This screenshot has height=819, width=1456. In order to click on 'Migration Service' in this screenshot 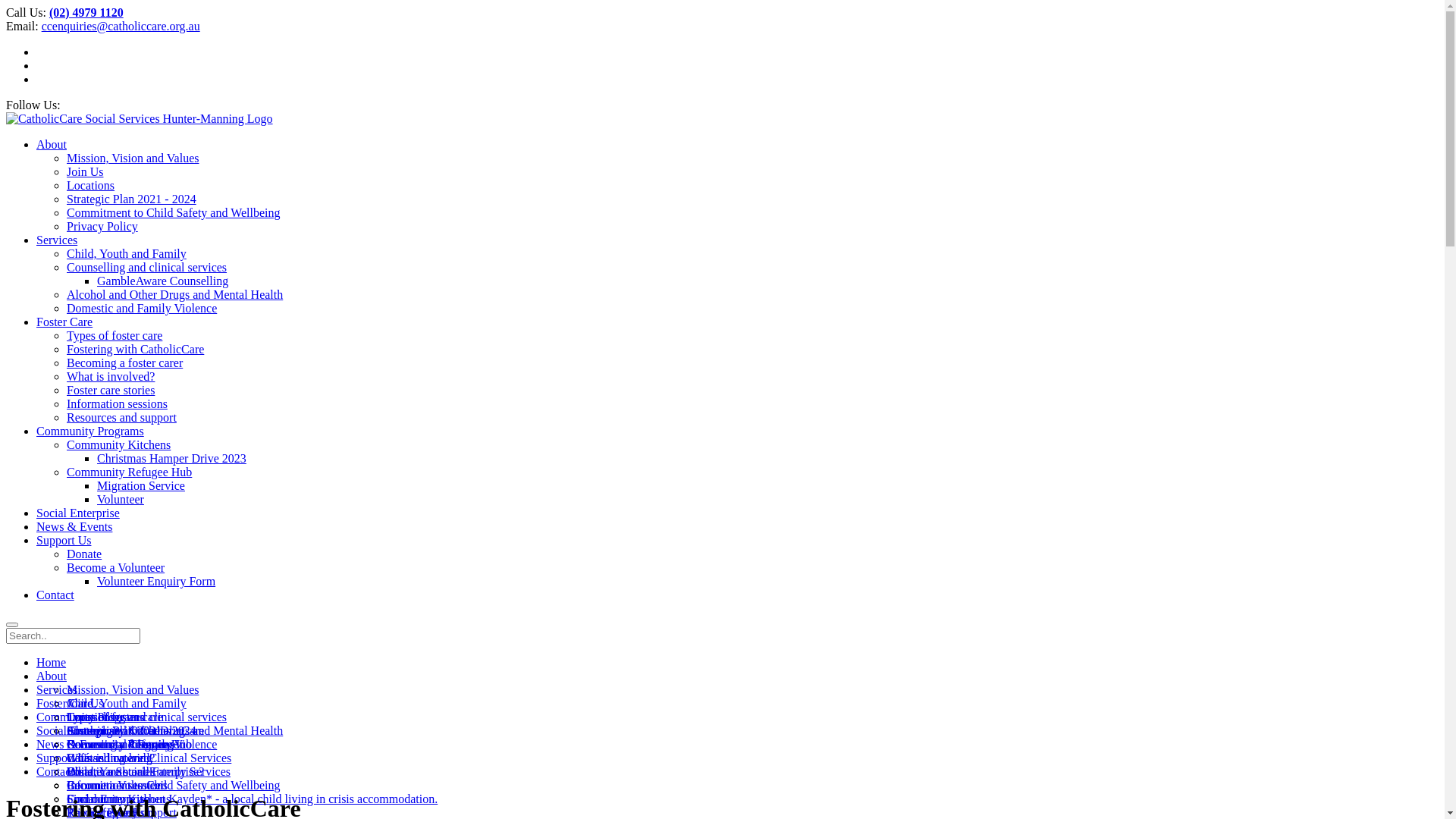, I will do `click(141, 485)`.